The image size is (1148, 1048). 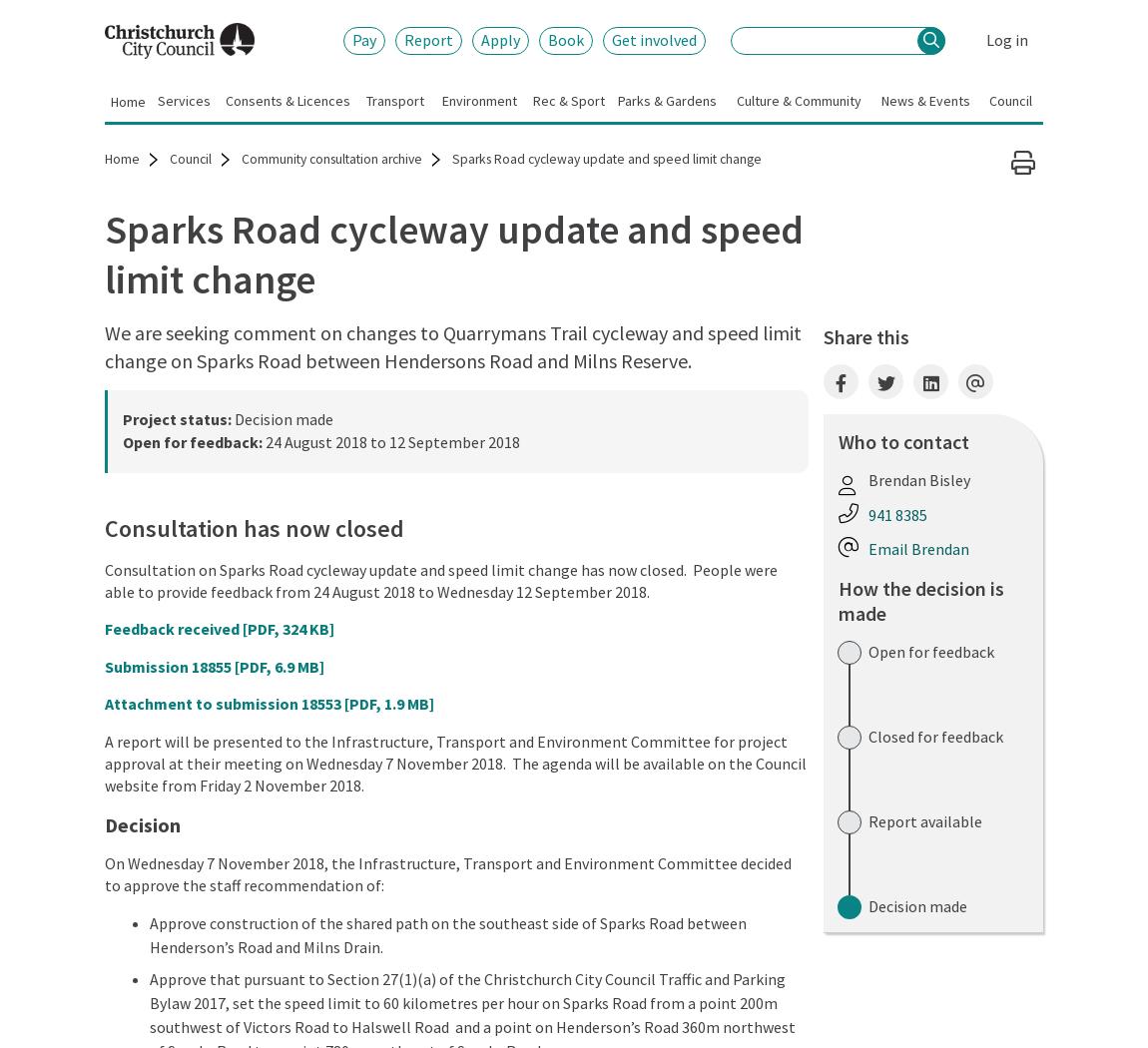 I want to click on 'Report available', so click(x=925, y=819).